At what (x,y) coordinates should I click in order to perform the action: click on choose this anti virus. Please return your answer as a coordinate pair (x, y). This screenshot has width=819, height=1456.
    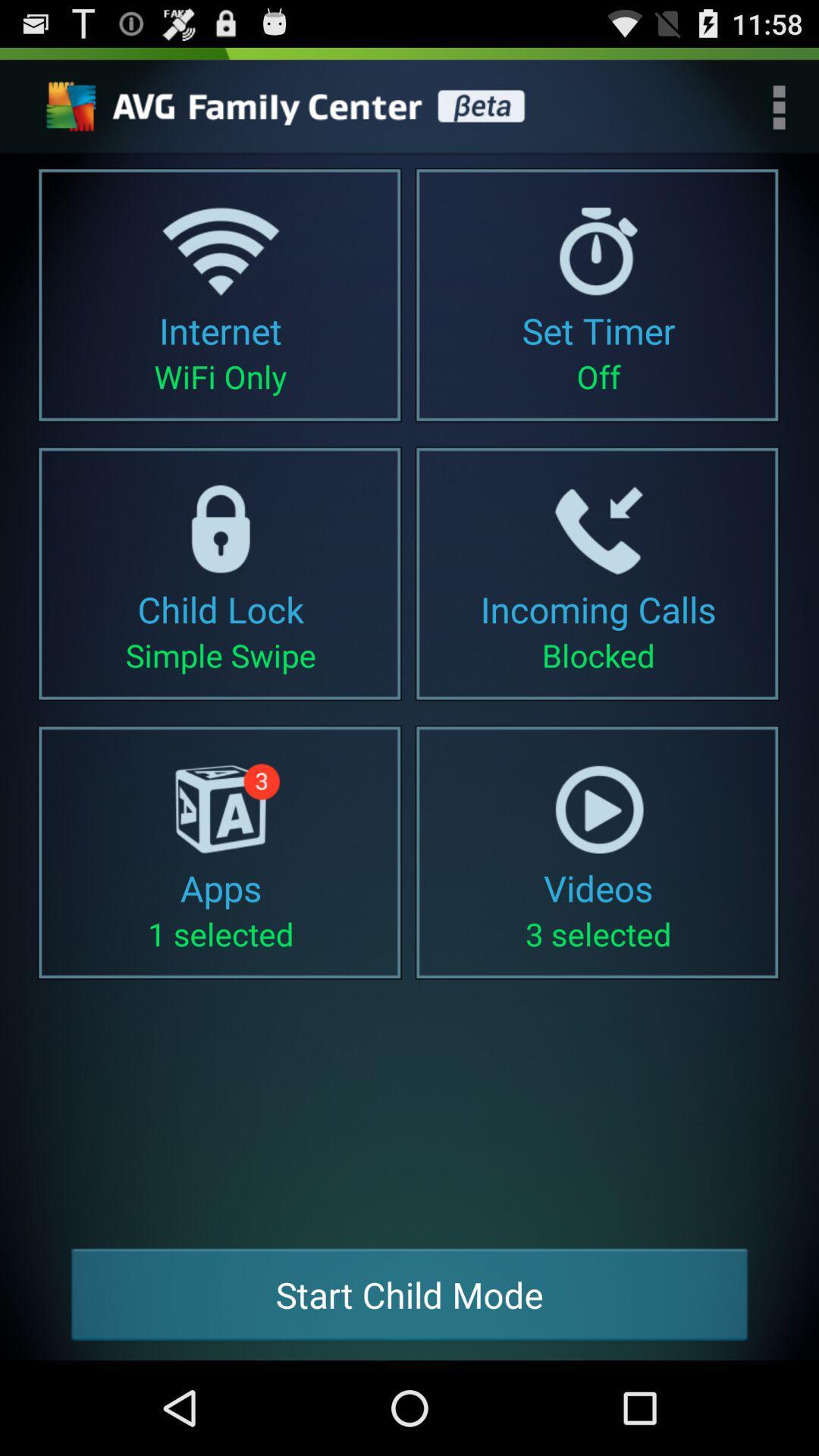
    Looking at the image, I should click on (290, 106).